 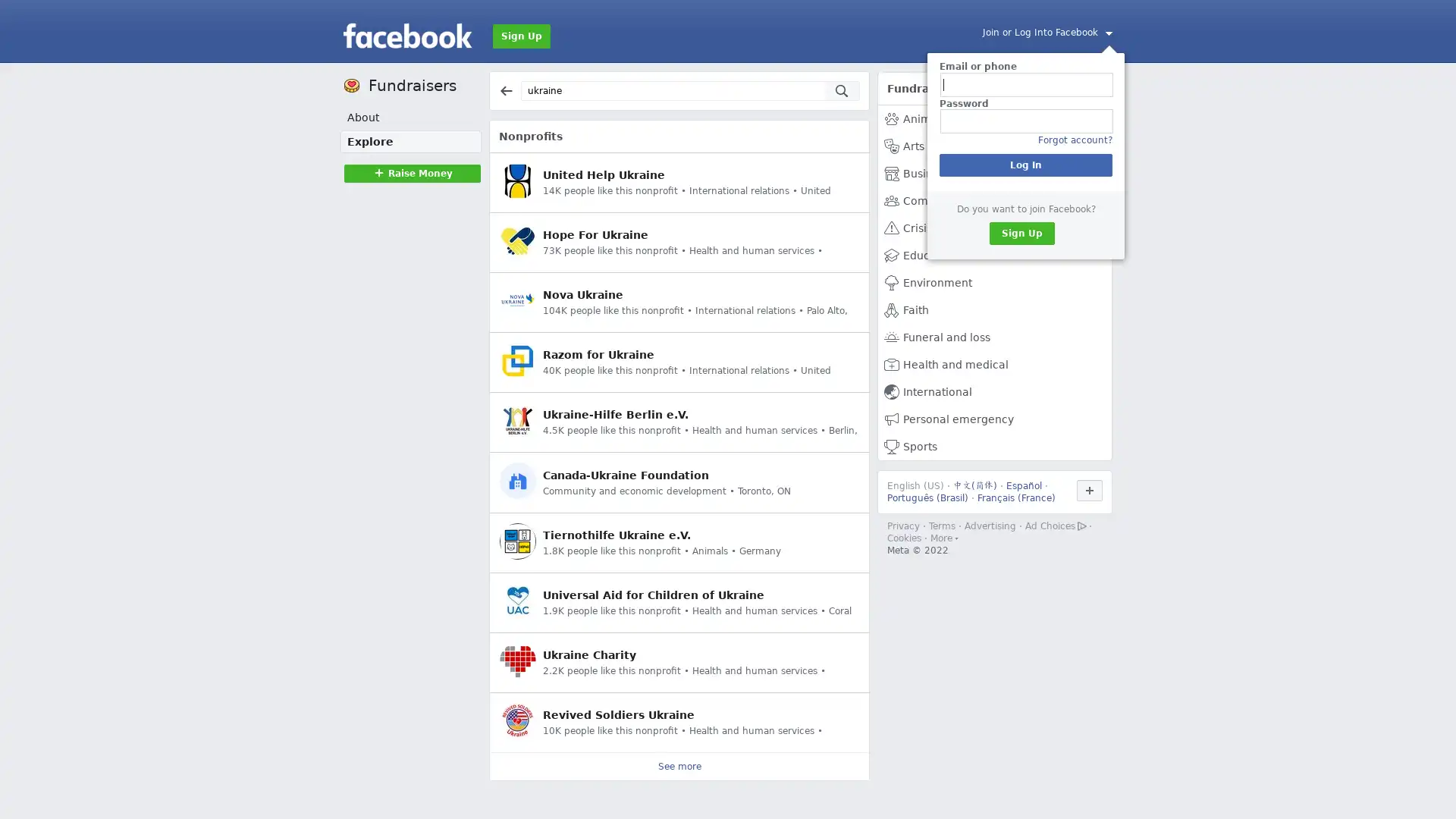 What do you see at coordinates (927, 497) in the screenshot?
I see `Portugues (Brasil)` at bounding box center [927, 497].